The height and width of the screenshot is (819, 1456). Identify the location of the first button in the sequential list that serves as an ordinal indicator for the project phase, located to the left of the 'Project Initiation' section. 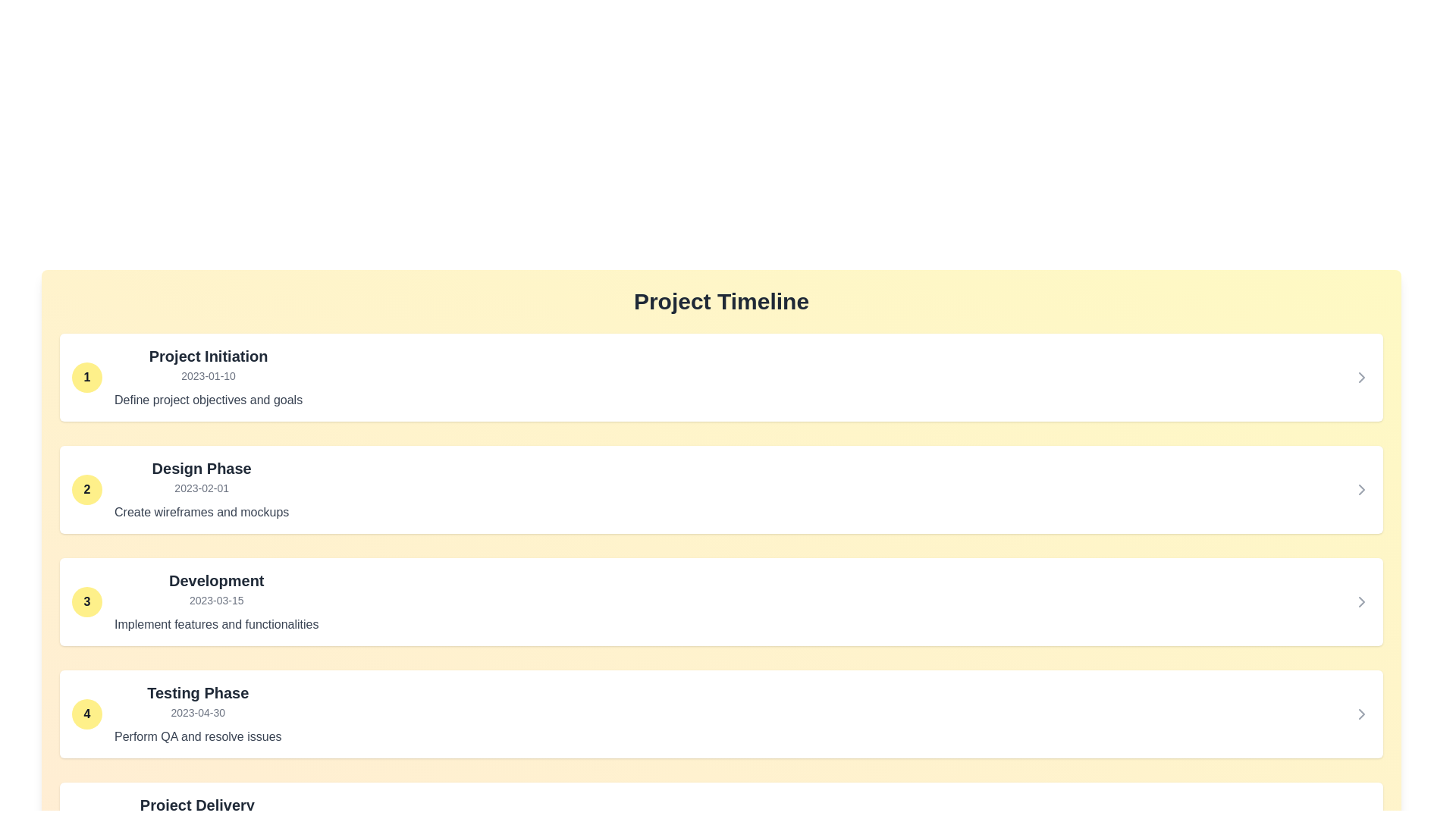
(86, 376).